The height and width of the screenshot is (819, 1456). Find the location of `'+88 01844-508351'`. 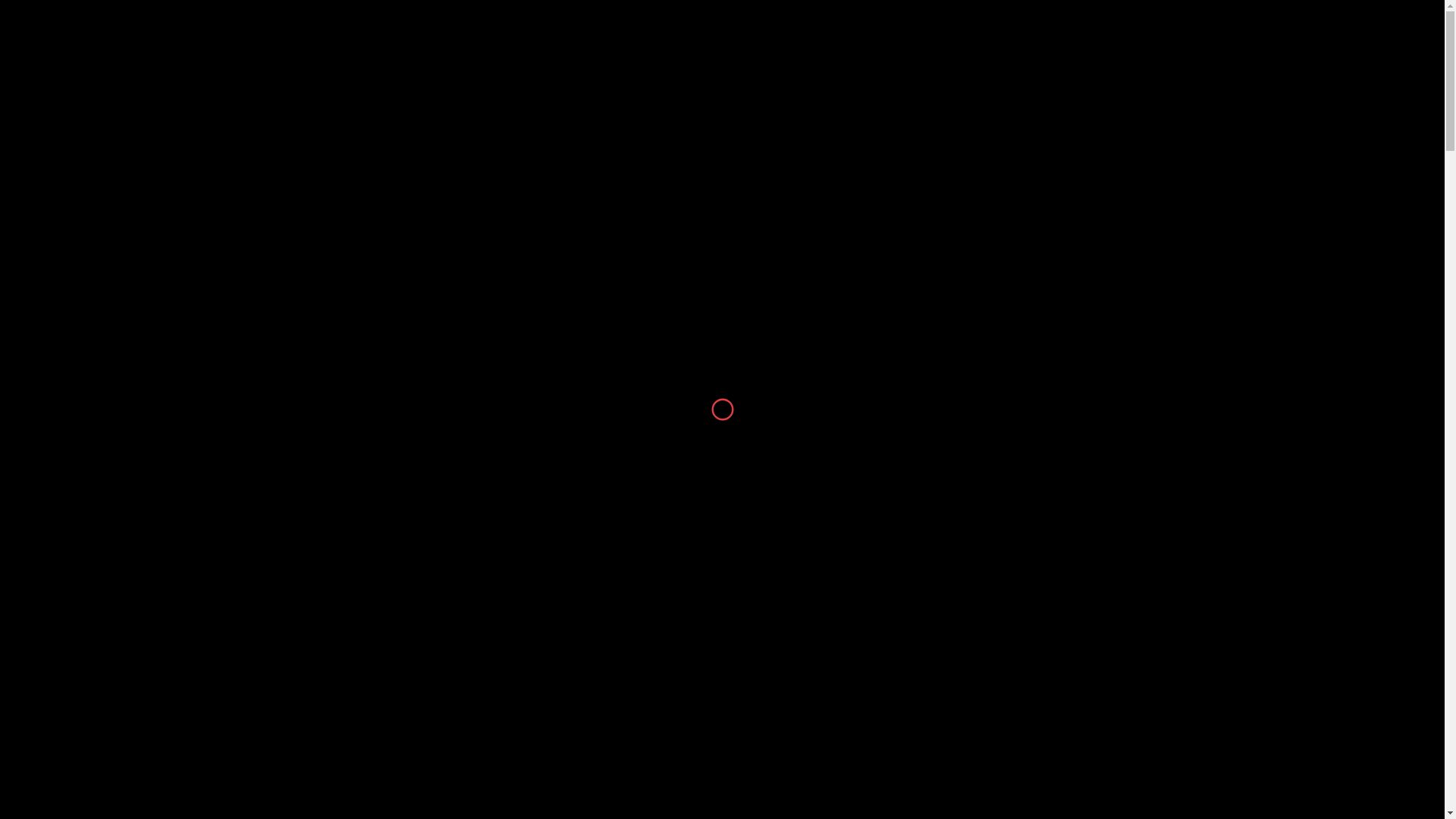

'+88 01844-508351' is located at coordinates (101, 13).